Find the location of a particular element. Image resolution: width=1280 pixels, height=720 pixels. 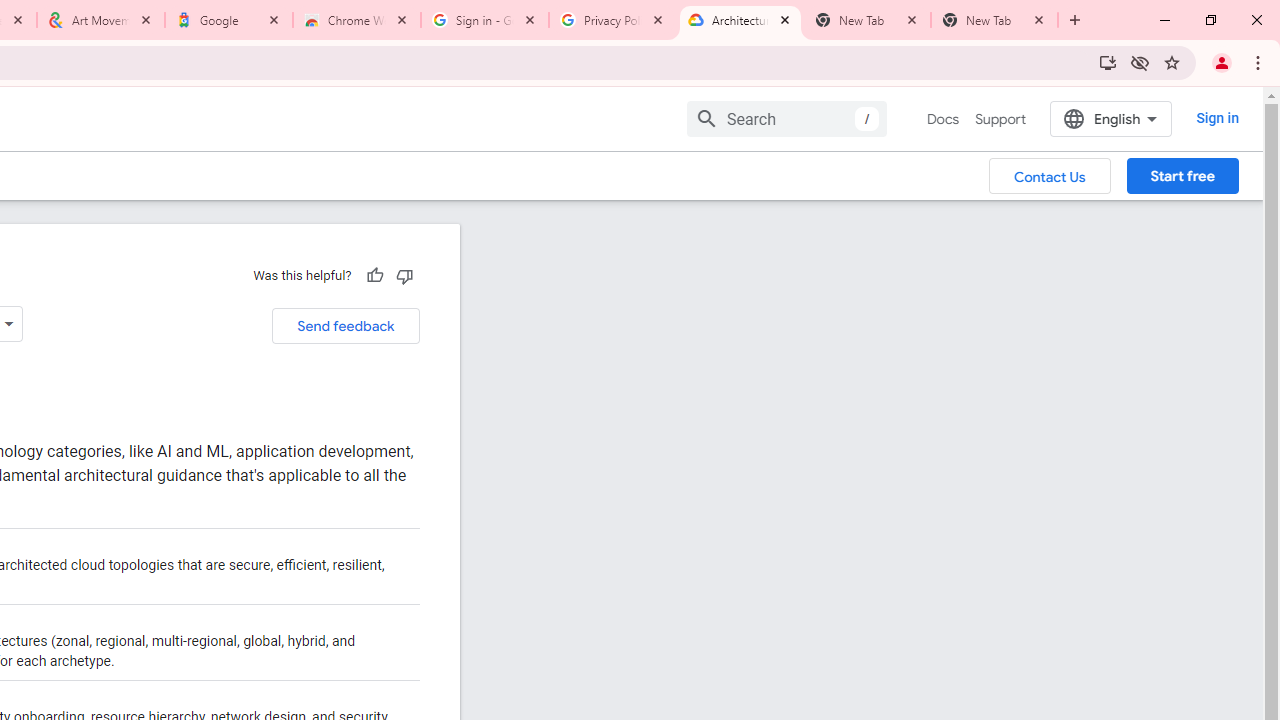

'Sign in - Google Accounts' is located at coordinates (485, 20).